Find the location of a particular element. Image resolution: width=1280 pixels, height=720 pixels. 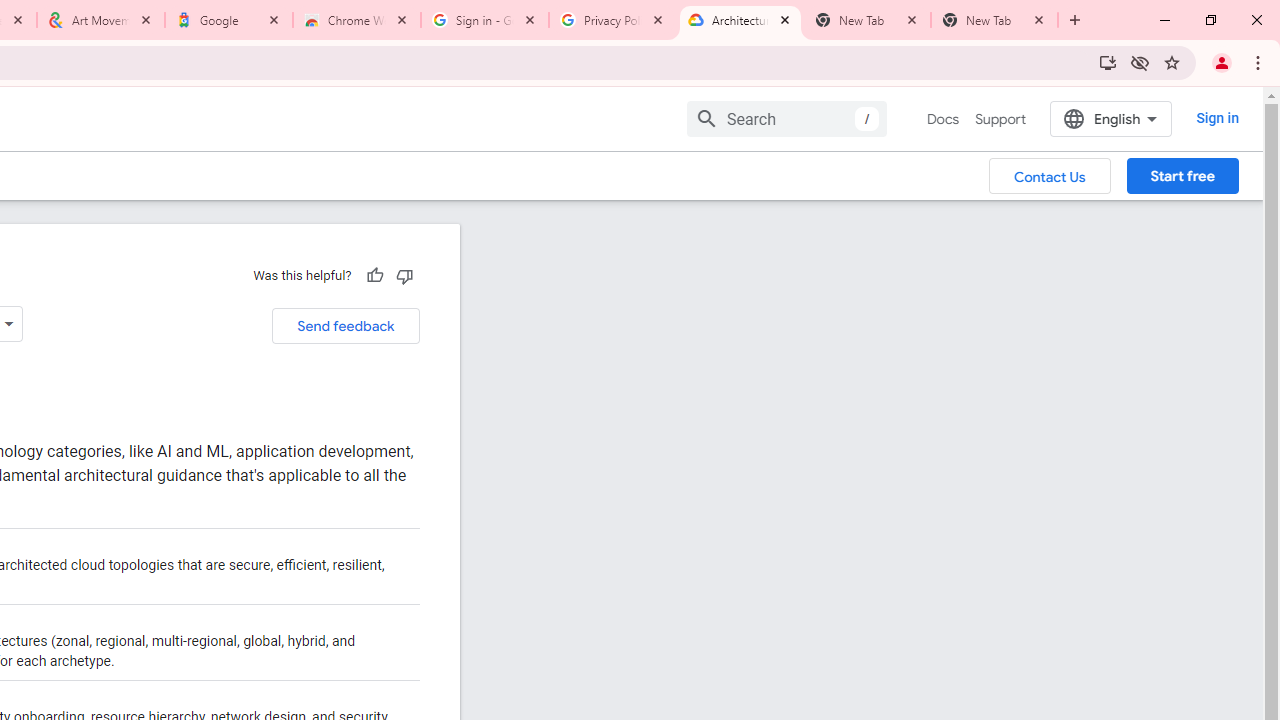

'Sign in - Google Accounts' is located at coordinates (485, 20).